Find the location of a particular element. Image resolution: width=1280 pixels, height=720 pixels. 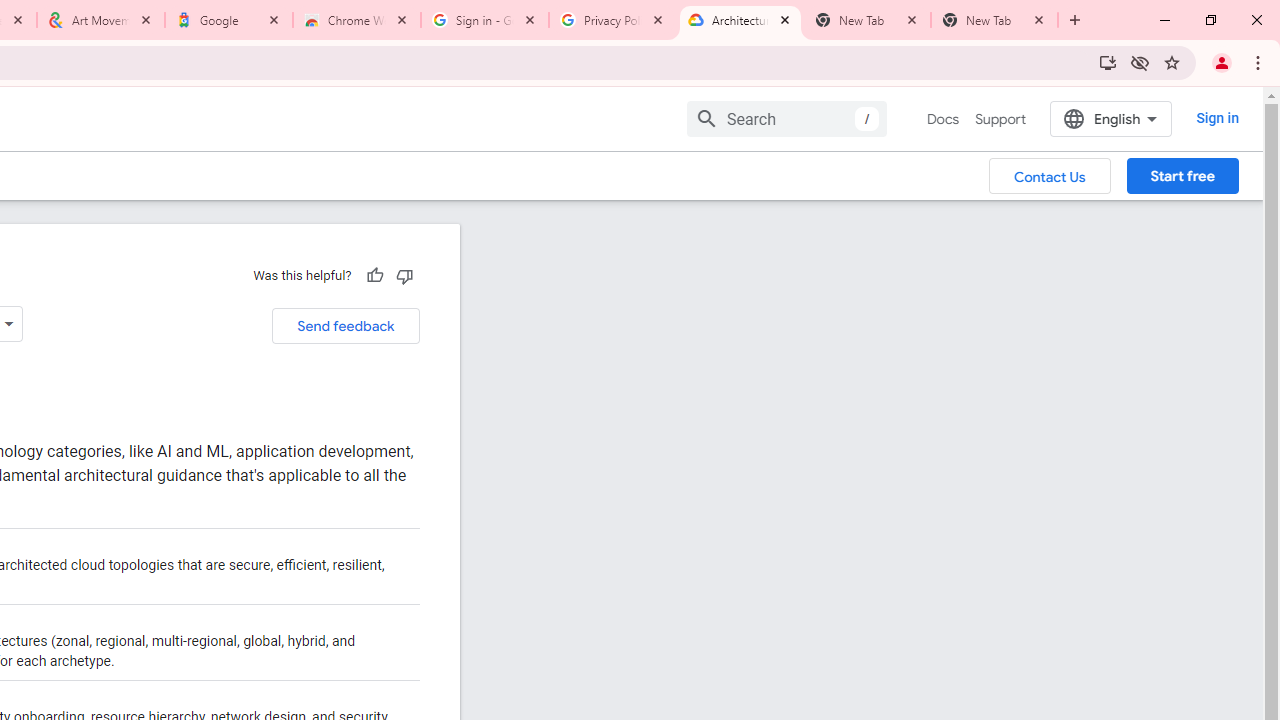

'Sign in - Google Accounts' is located at coordinates (485, 20).